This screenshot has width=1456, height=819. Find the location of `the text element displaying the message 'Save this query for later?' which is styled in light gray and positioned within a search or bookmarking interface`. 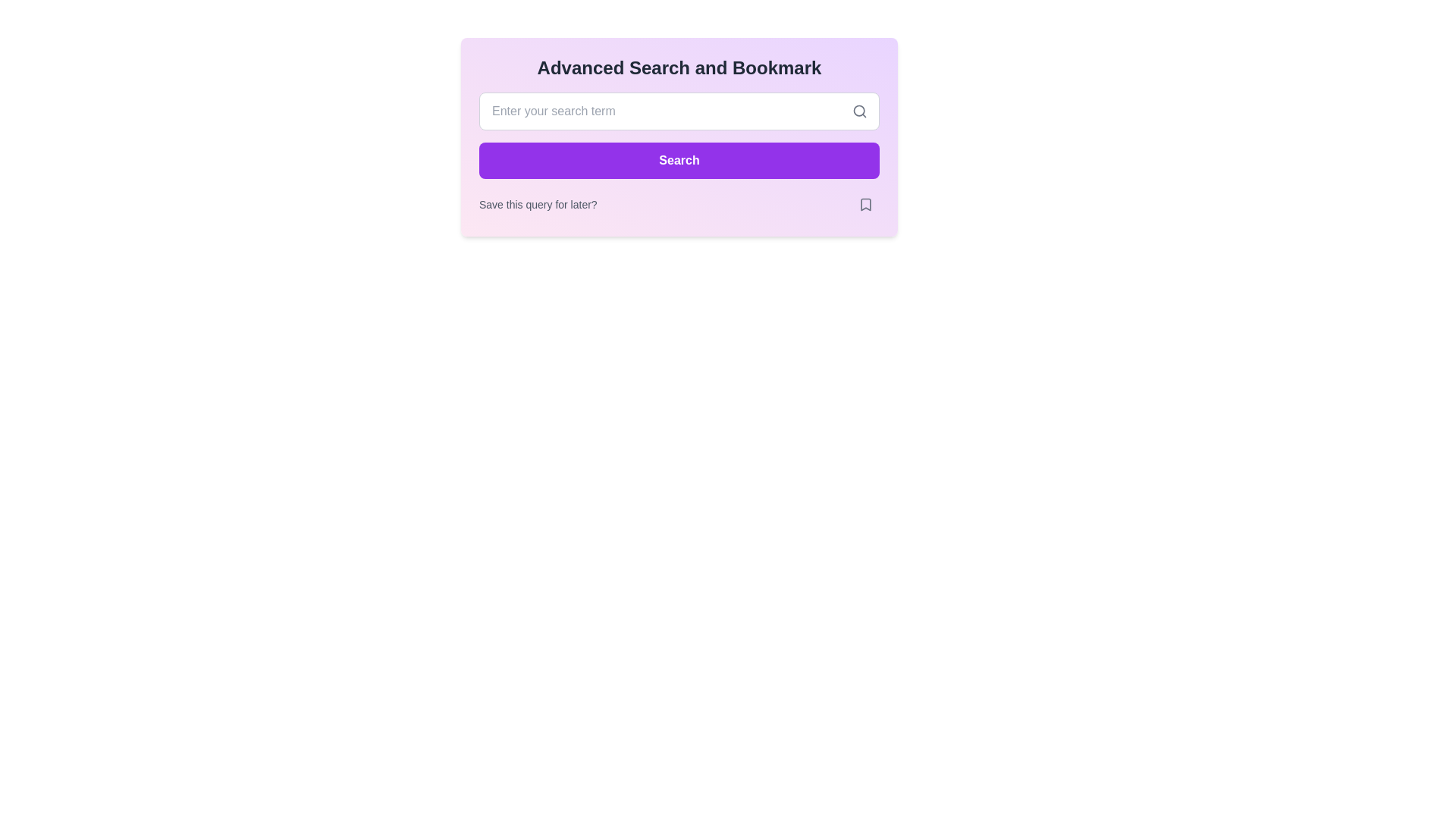

the text element displaying the message 'Save this query for later?' which is styled in light gray and positioned within a search or bookmarking interface is located at coordinates (538, 205).